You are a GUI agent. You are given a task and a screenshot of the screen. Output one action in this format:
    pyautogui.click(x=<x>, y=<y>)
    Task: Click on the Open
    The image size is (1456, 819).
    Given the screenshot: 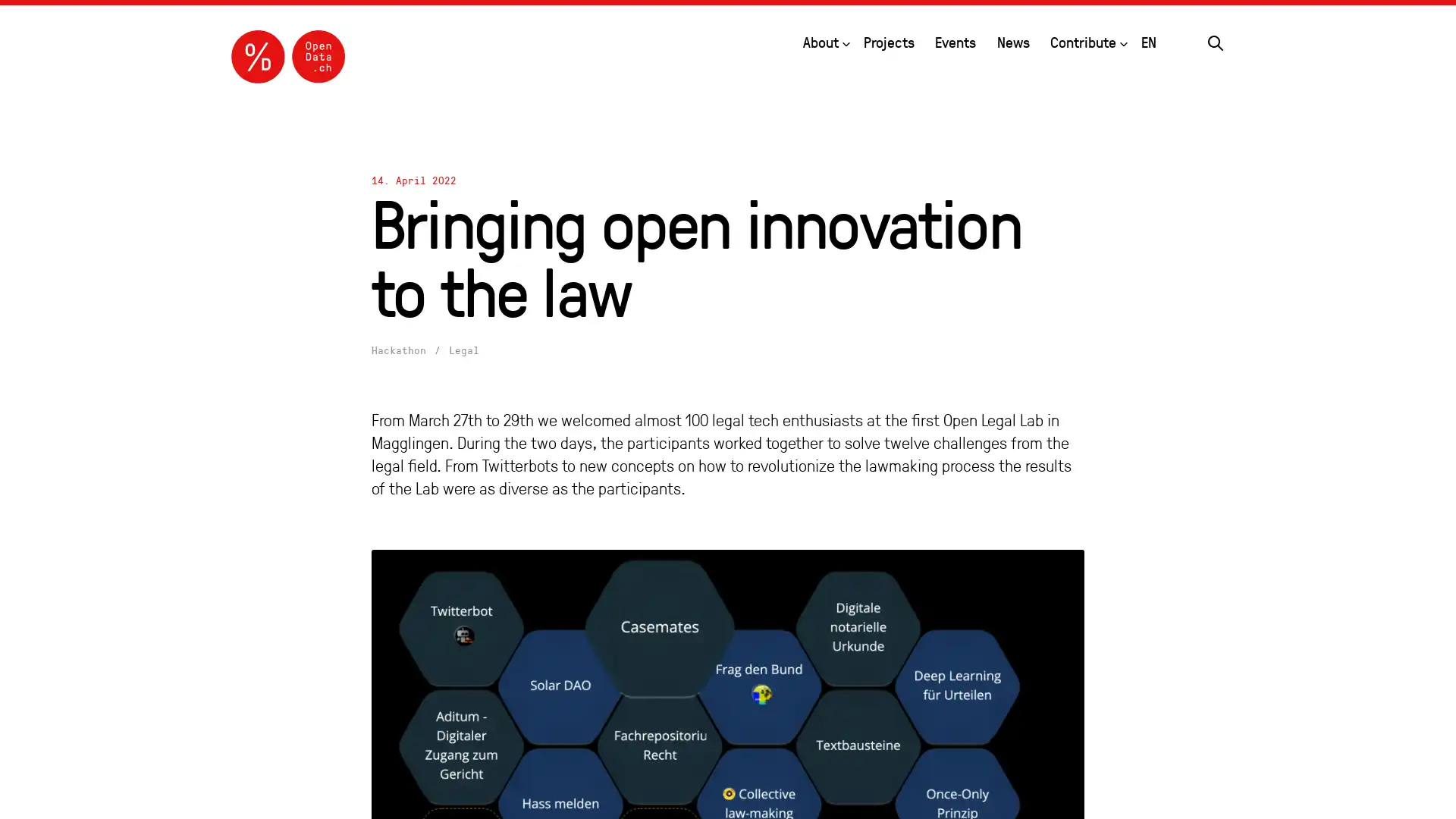 What is the action you would take?
    pyautogui.click(x=844, y=40)
    